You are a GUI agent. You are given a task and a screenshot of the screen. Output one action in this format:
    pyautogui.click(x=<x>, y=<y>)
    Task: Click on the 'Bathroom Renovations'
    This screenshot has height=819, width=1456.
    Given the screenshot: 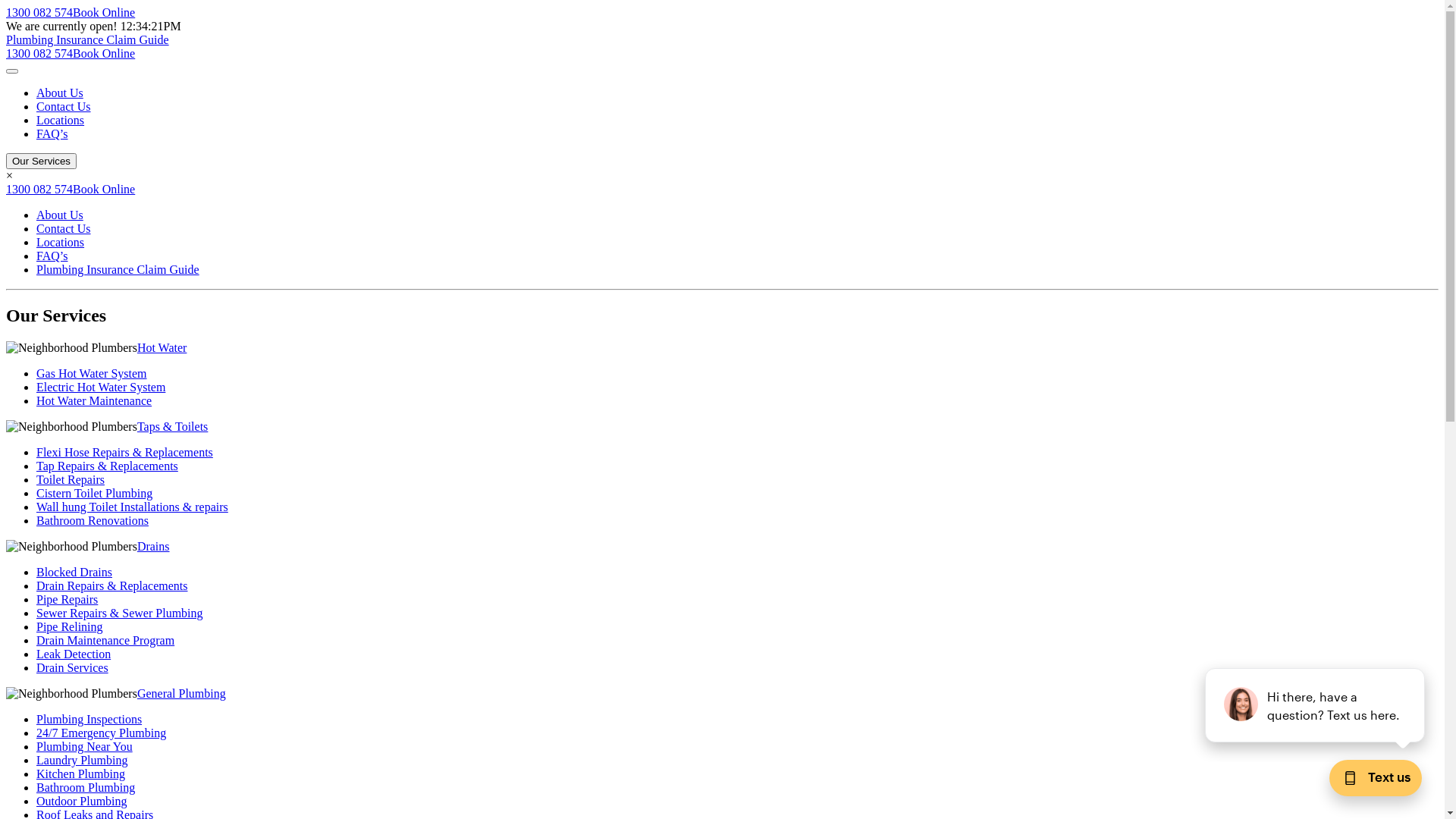 What is the action you would take?
    pyautogui.click(x=91, y=519)
    